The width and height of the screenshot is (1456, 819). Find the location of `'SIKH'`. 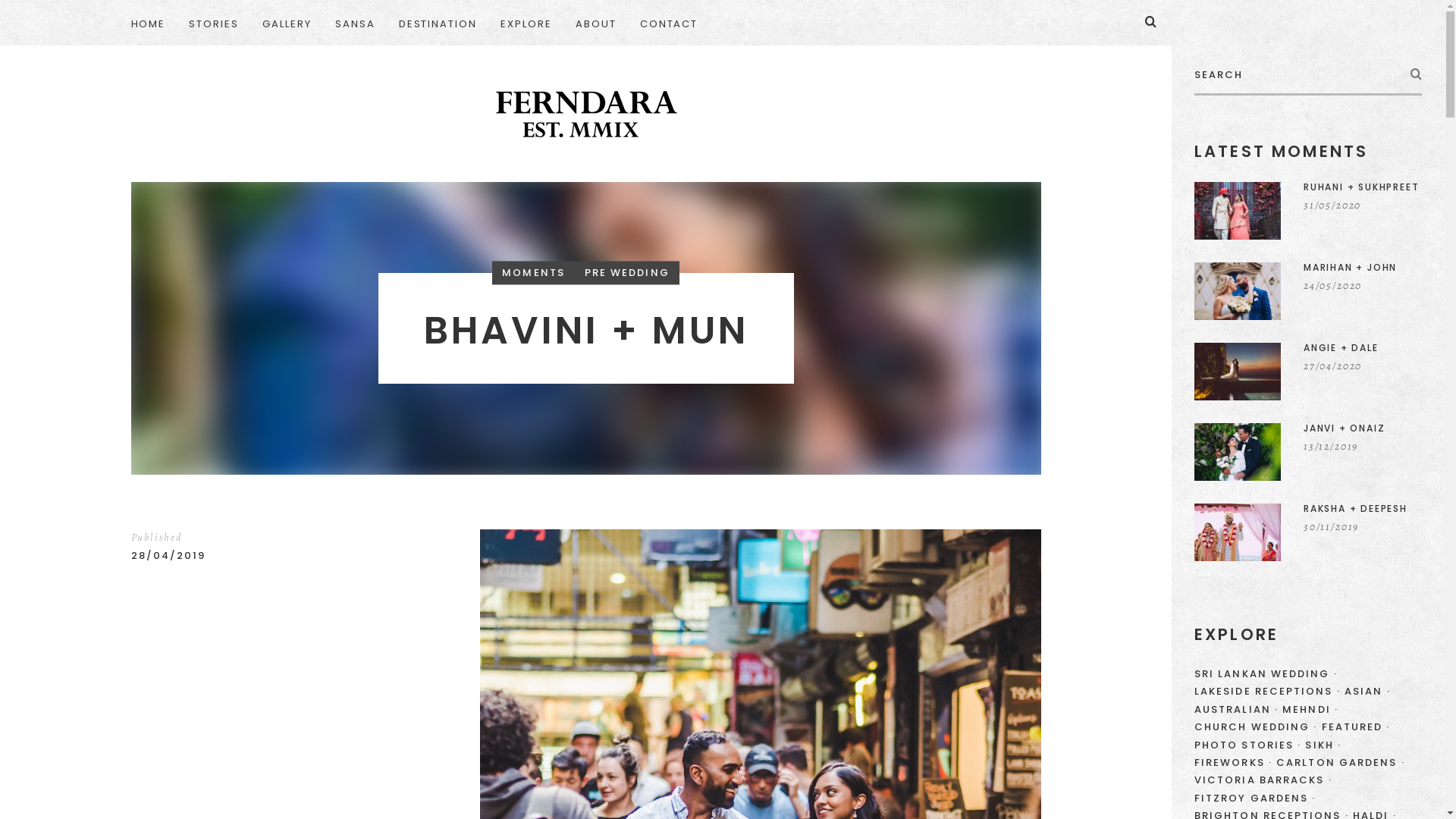

'SIKH' is located at coordinates (1304, 744).